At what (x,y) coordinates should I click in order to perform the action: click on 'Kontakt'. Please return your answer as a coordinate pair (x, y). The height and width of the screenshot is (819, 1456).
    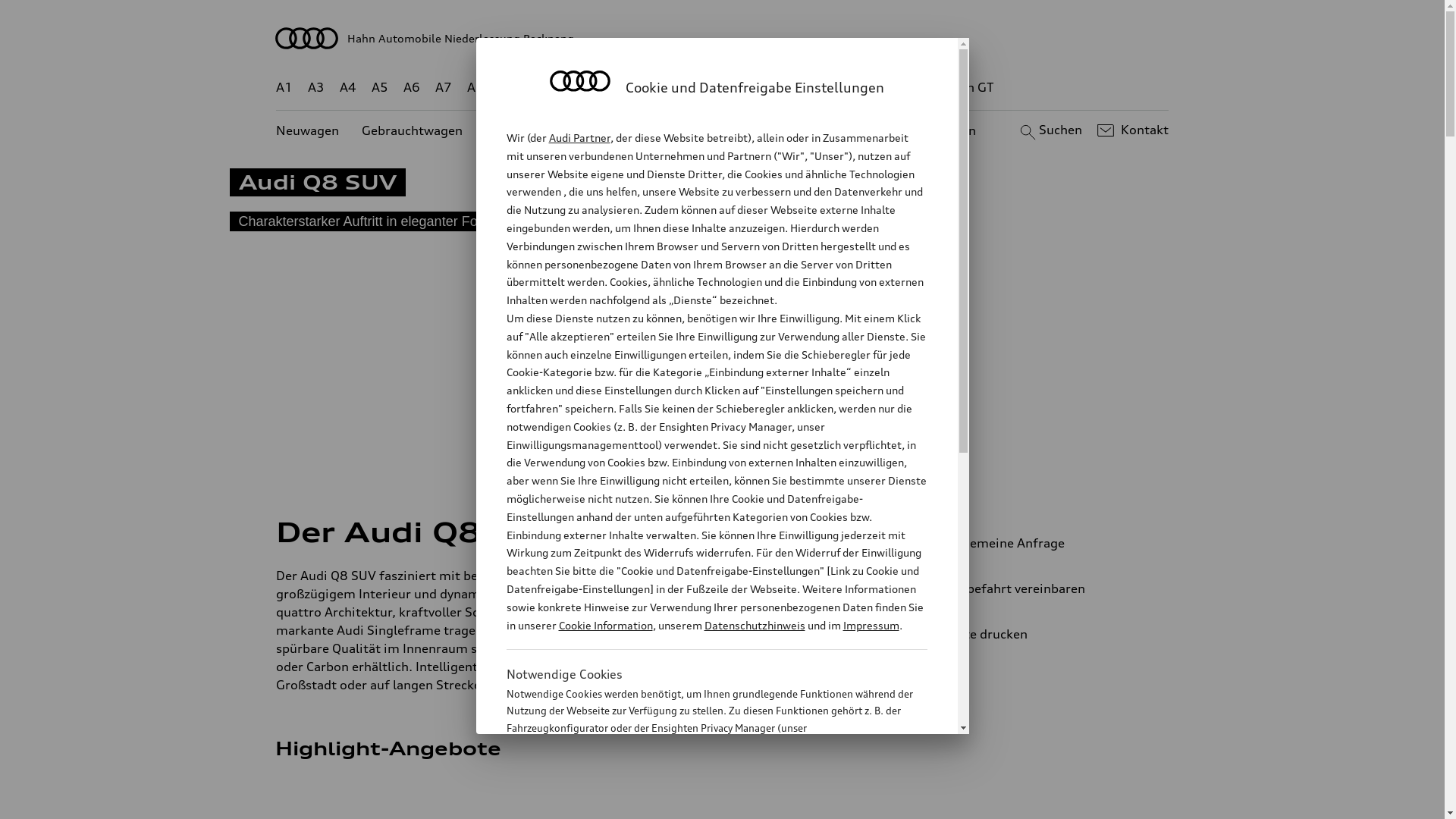
    Looking at the image, I should click on (1131, 130).